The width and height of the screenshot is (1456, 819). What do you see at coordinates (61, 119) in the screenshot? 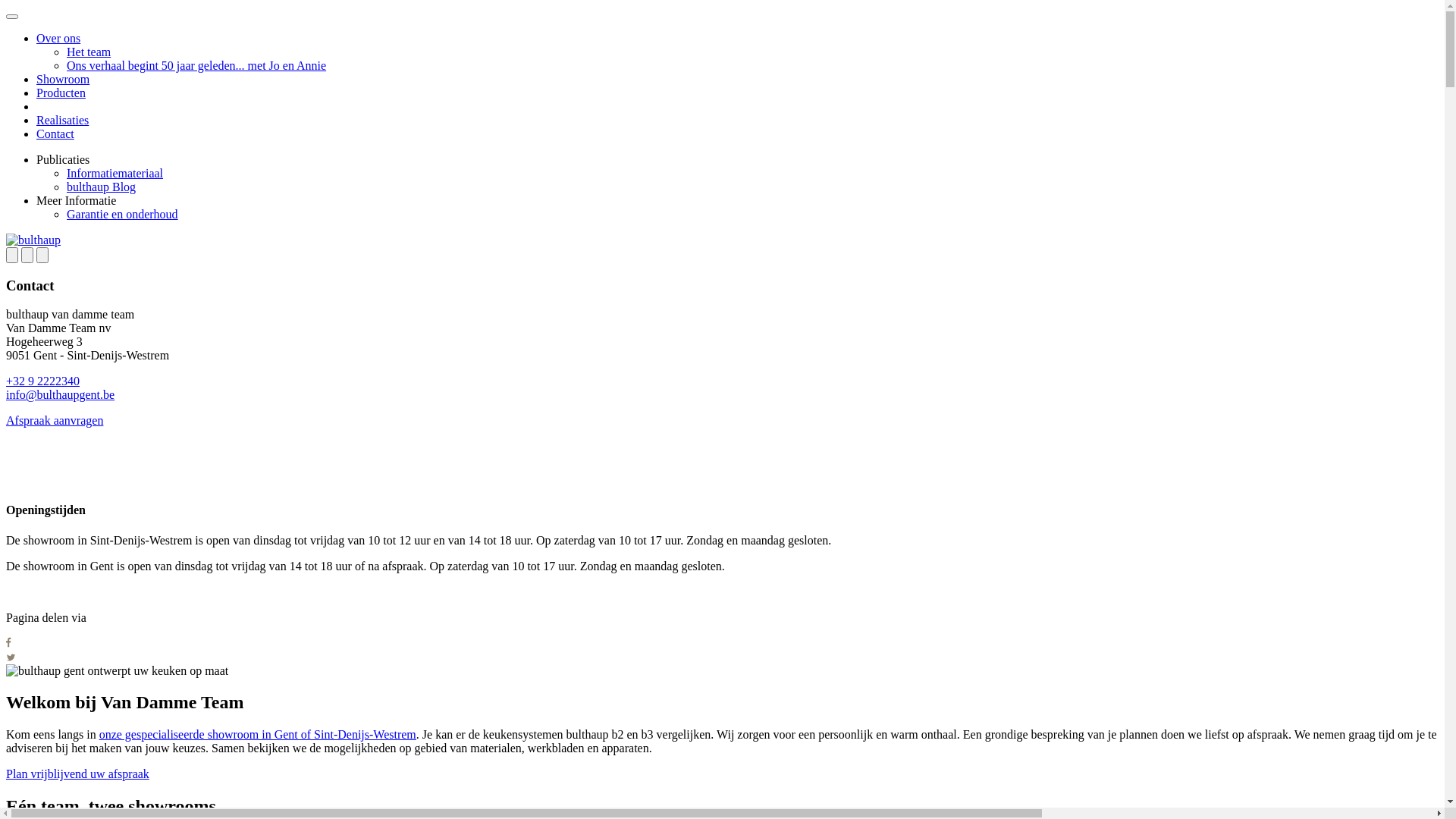
I see `'Realisaties'` at bounding box center [61, 119].